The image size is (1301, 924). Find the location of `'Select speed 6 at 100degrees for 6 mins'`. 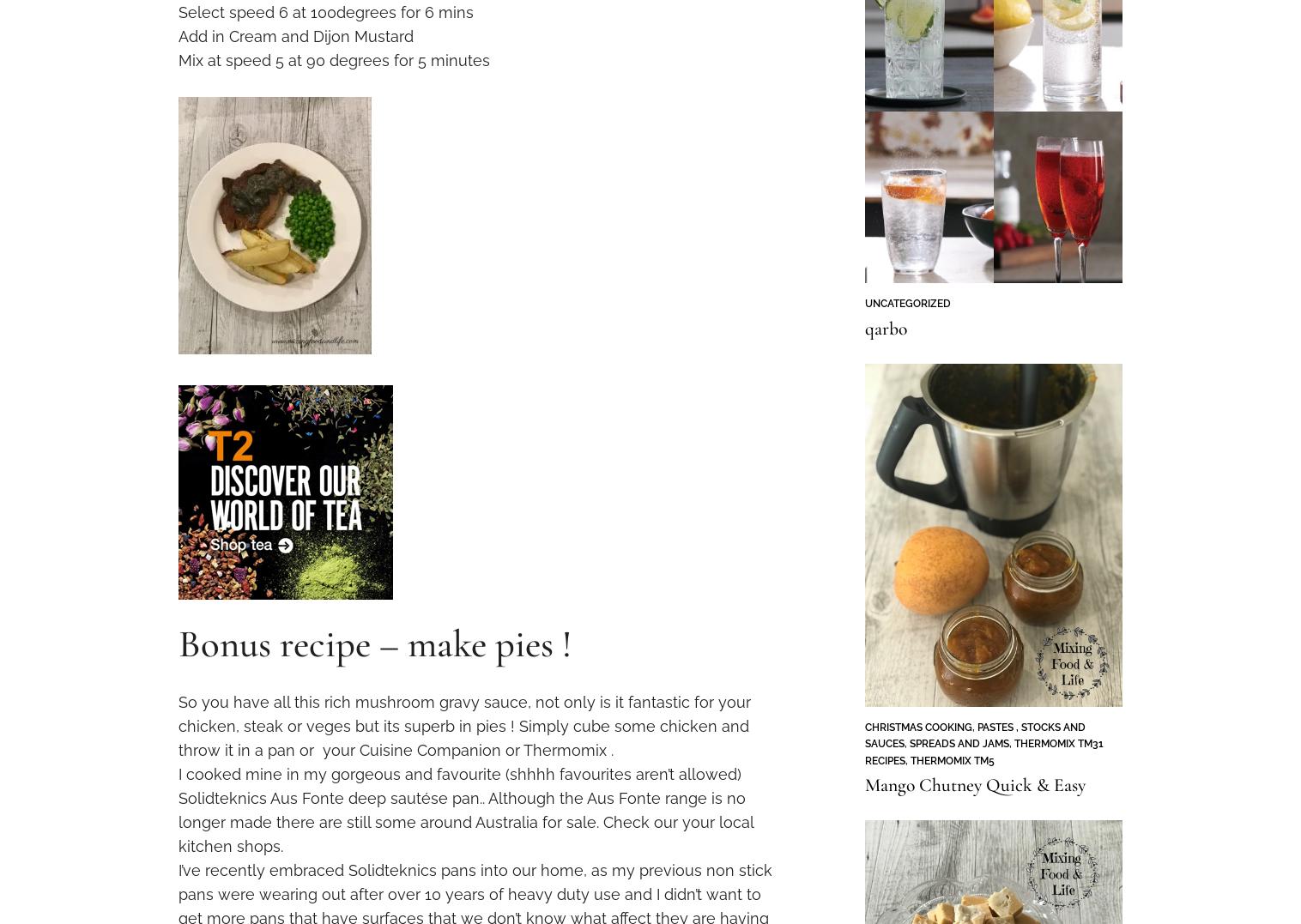

'Select speed 6 at 100degrees for 6 mins' is located at coordinates (325, 11).